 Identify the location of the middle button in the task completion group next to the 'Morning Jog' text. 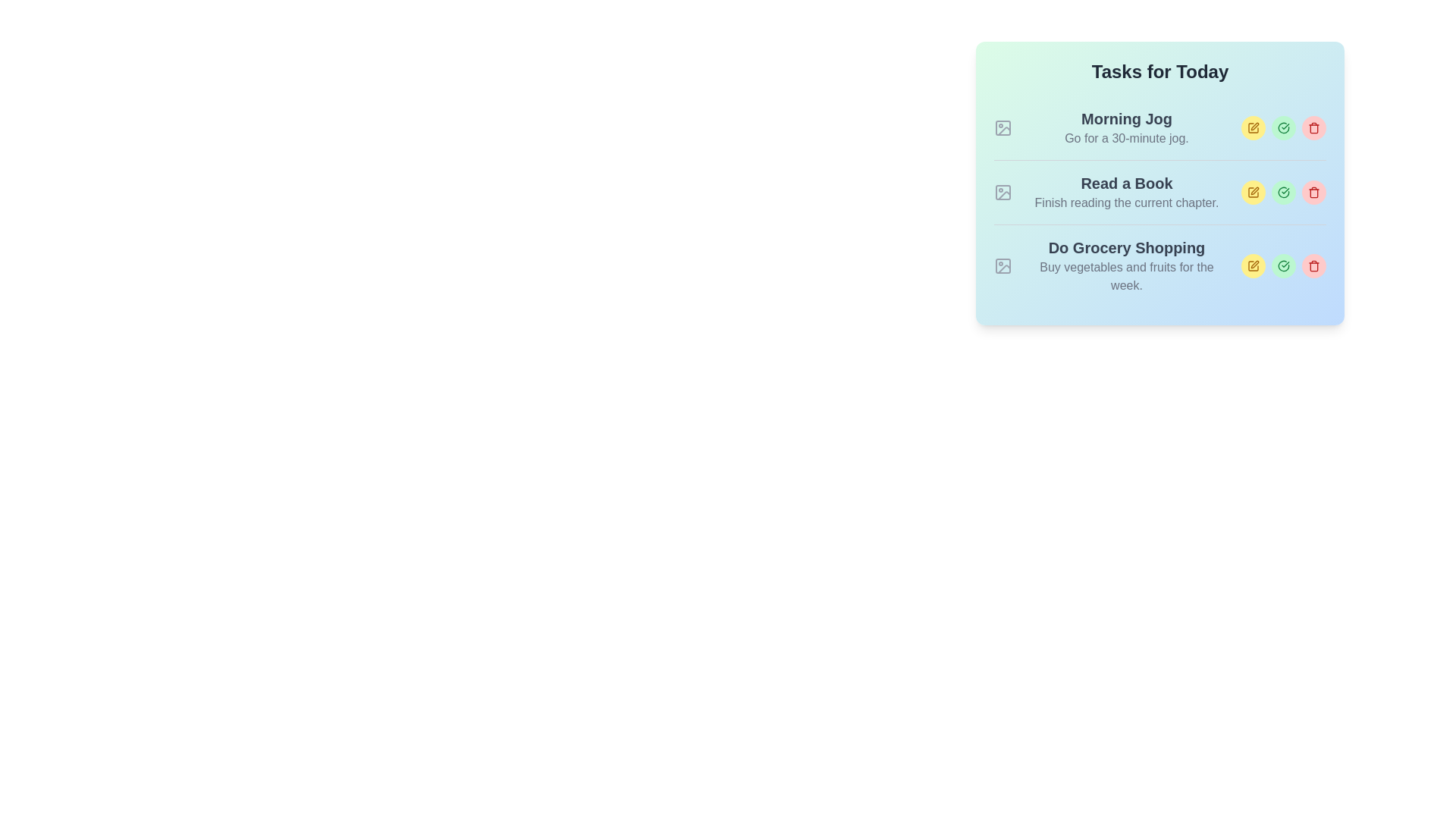
(1283, 127).